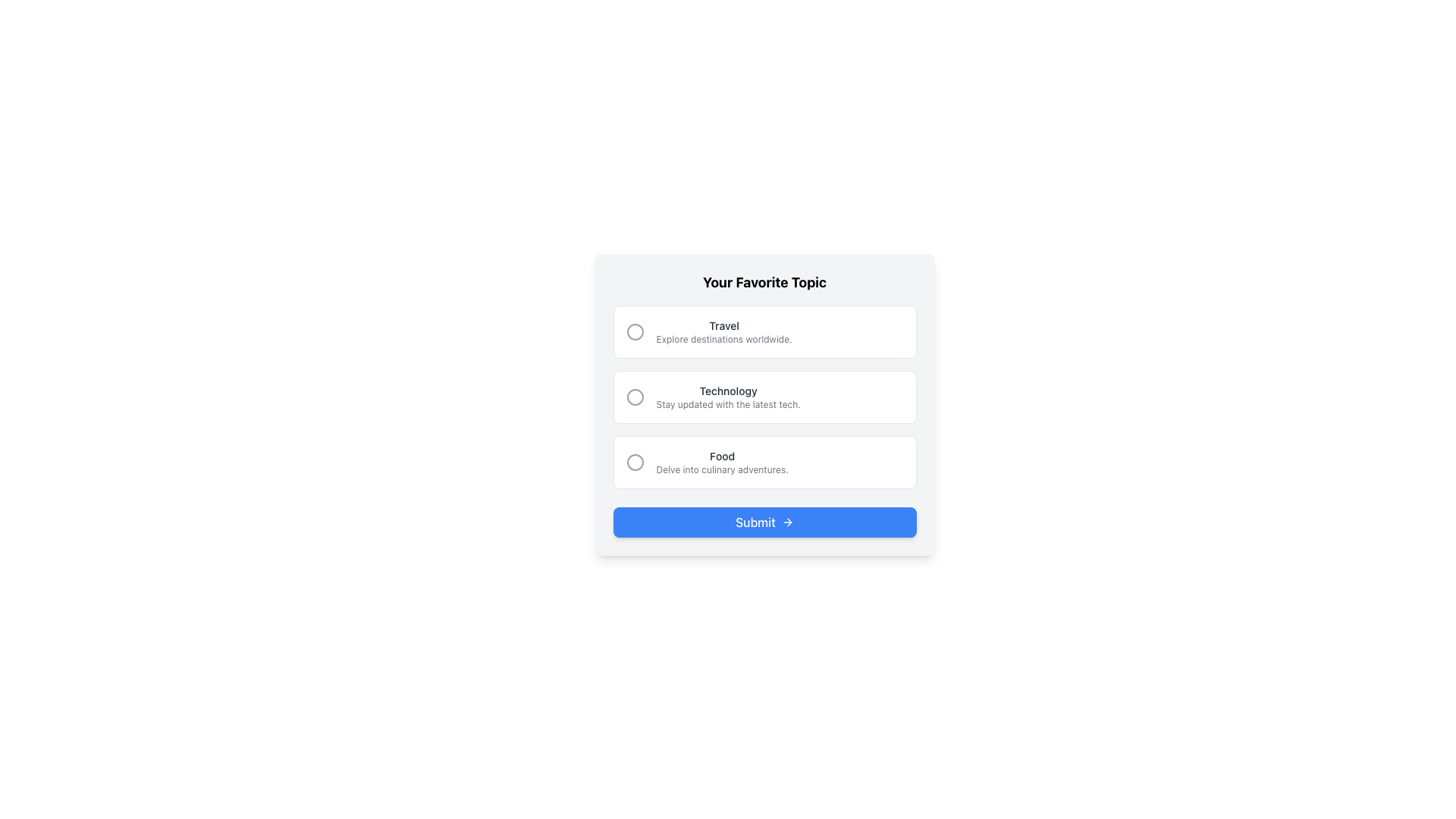 The image size is (1456, 819). What do you see at coordinates (635, 461) in the screenshot?
I see `the center of the selection indicator icon located to the left of the 'Food' option in the vertical list of topics` at bounding box center [635, 461].